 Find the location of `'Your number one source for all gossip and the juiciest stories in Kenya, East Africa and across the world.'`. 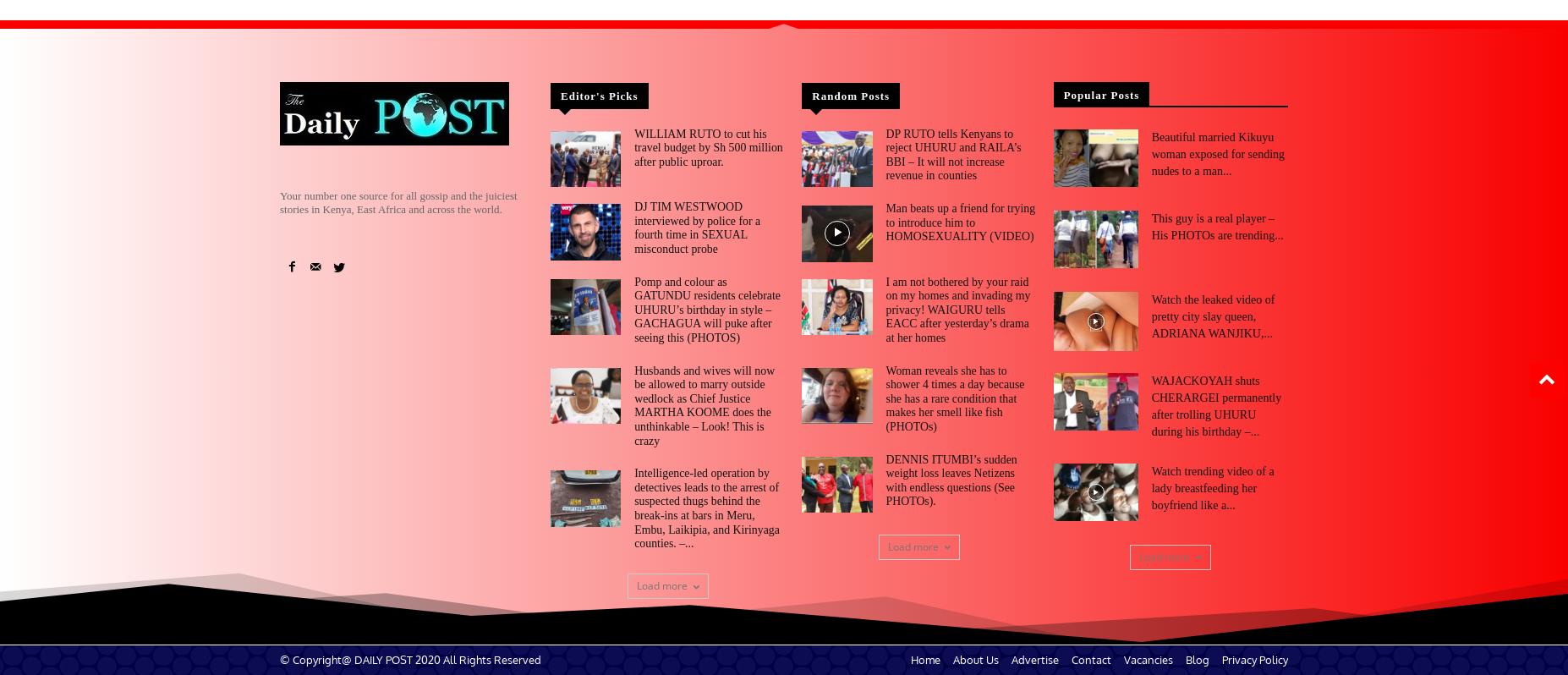

'Your number one source for all gossip and the juiciest stories in Kenya, East Africa and across the world.' is located at coordinates (397, 201).